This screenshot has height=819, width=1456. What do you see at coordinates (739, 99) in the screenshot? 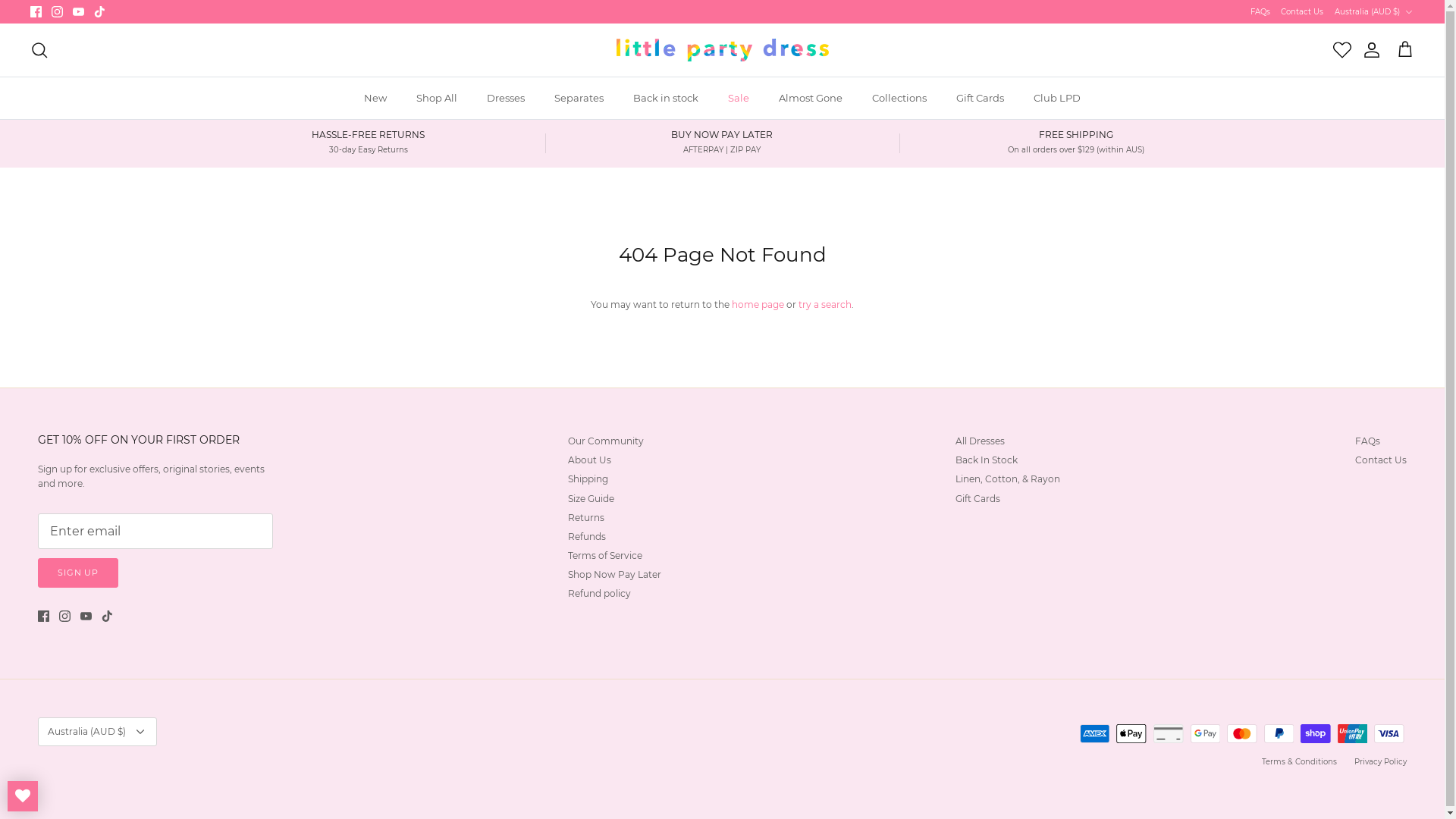
I see `'Sale'` at bounding box center [739, 99].